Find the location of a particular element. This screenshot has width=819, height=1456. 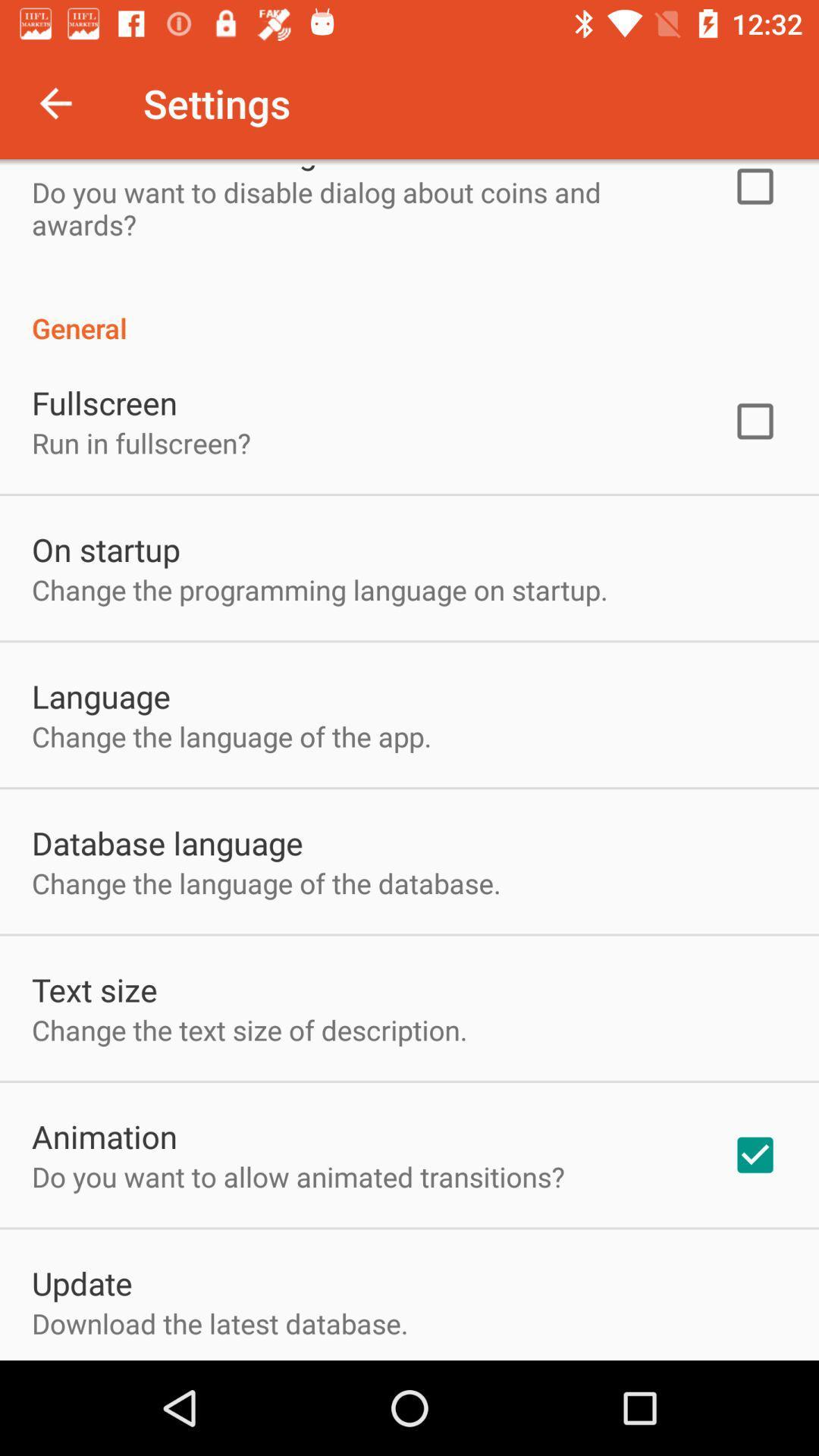

the item above on startup is located at coordinates (141, 442).